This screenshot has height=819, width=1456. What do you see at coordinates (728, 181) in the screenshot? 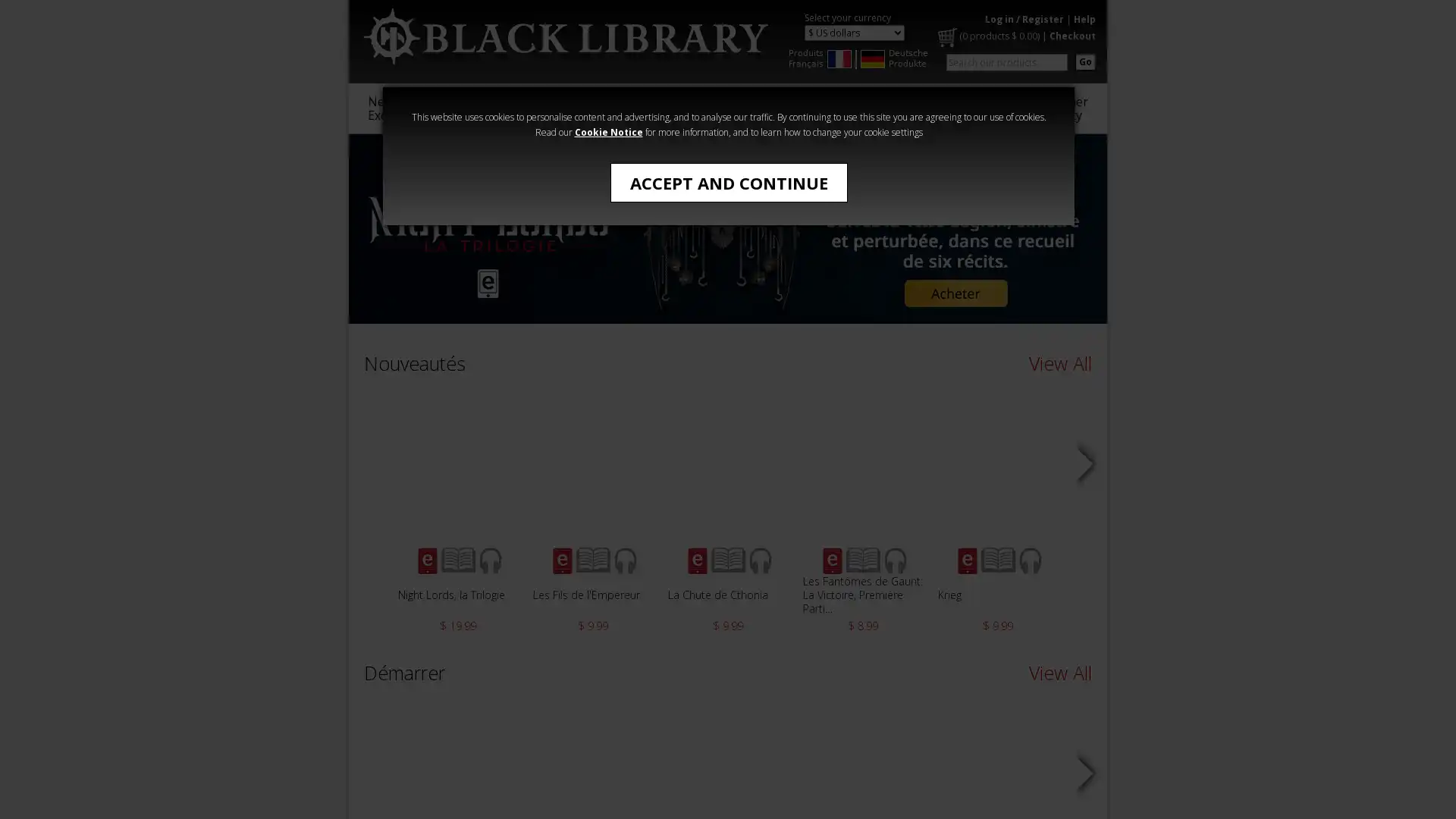
I see `ACCEPT AND CONTINUE` at bounding box center [728, 181].